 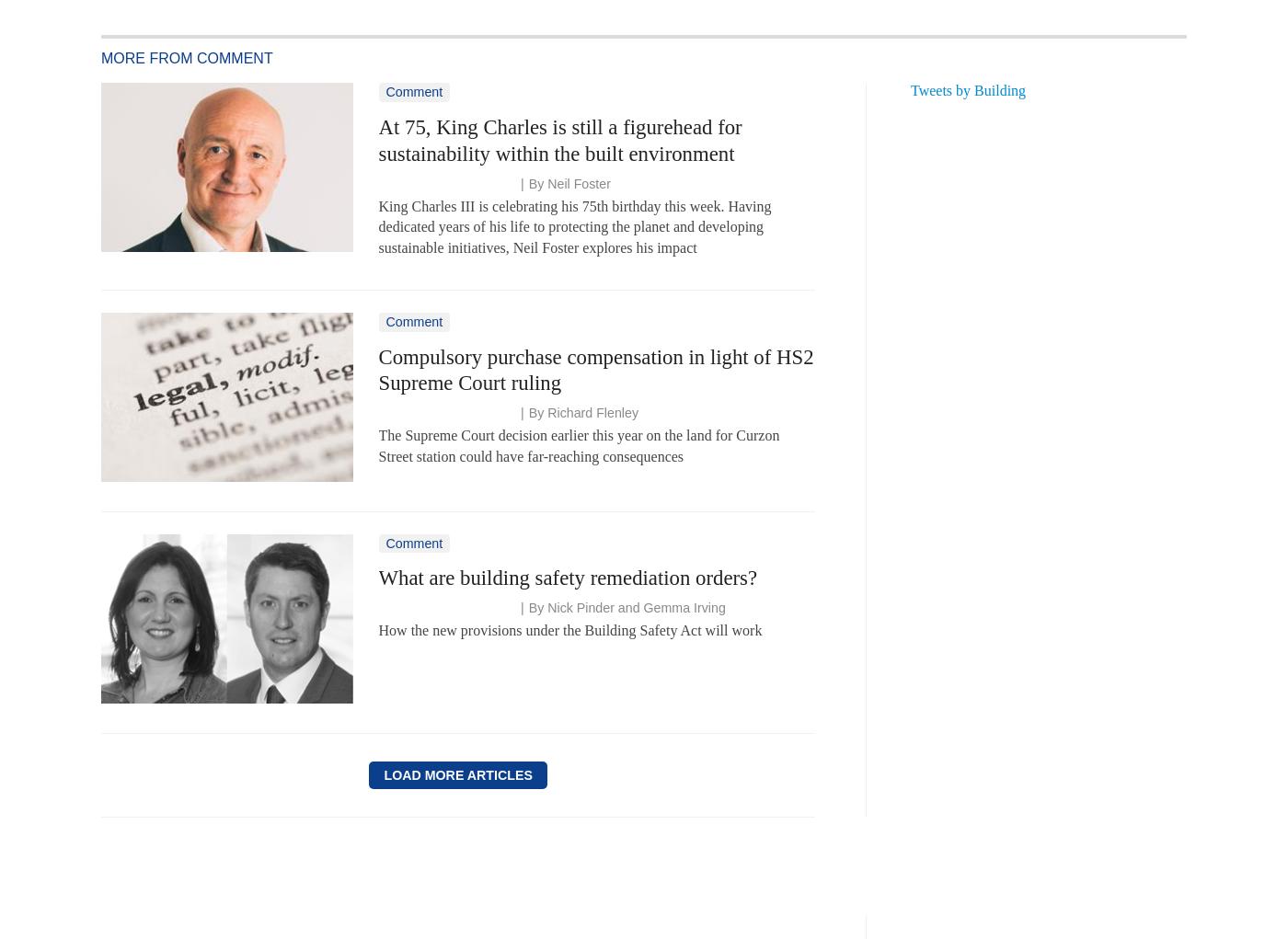 I want to click on 'Compulsory purchase compensation in light of HS2 Supreme Court ruling', so click(x=595, y=368).